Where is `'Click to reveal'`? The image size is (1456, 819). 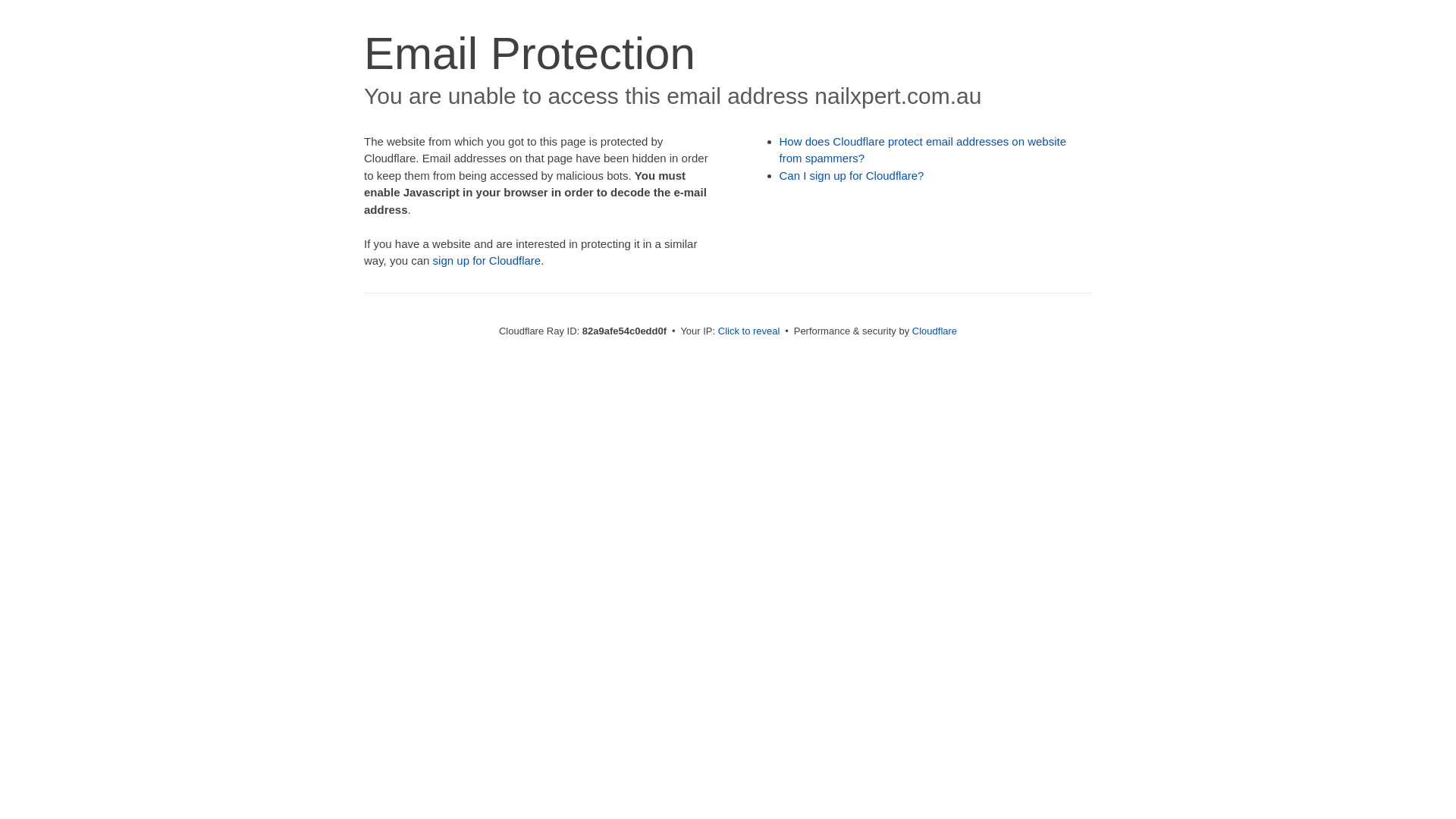 'Click to reveal' is located at coordinates (749, 330).